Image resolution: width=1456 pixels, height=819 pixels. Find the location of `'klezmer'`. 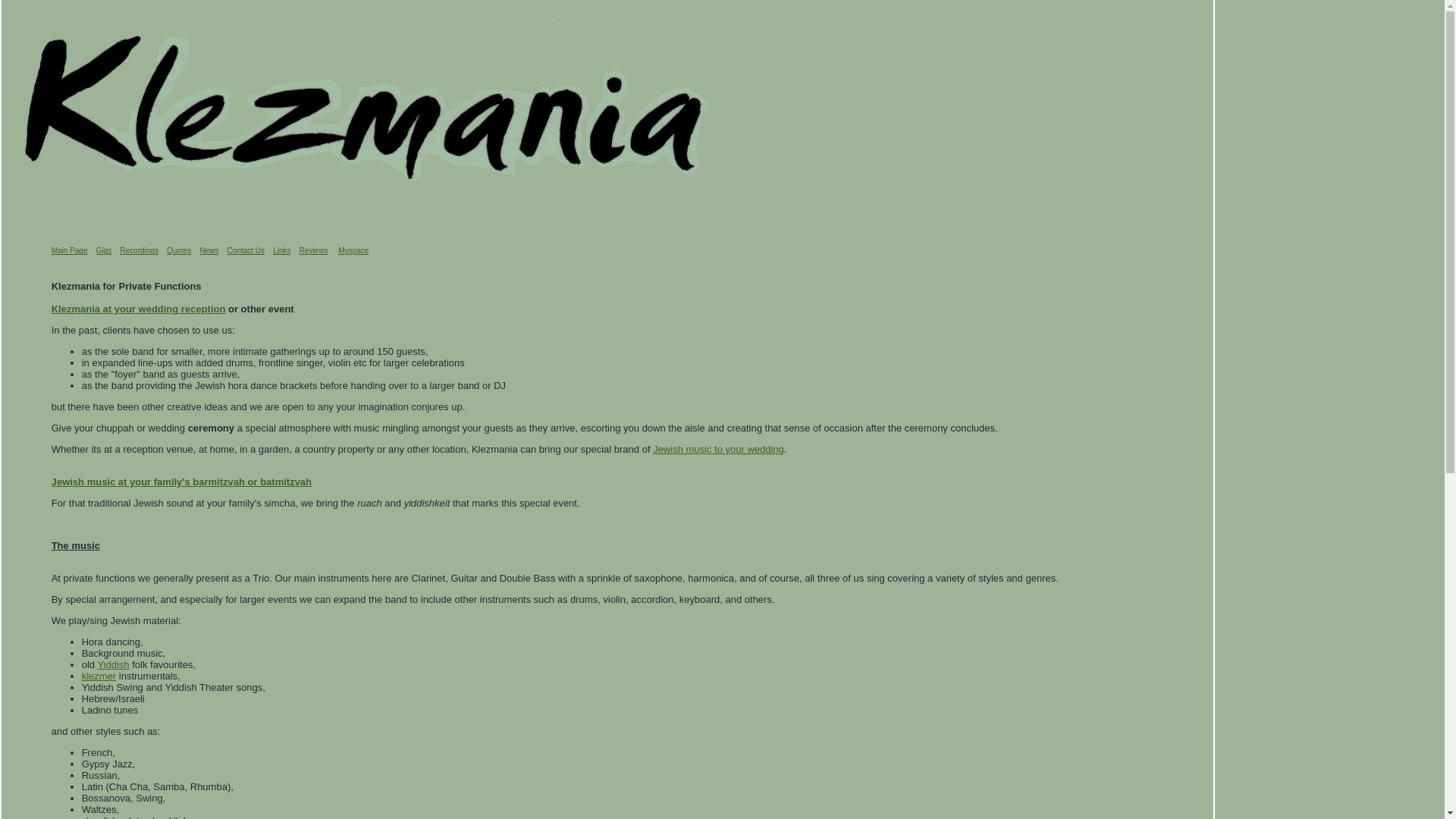

'klezmer' is located at coordinates (98, 675).